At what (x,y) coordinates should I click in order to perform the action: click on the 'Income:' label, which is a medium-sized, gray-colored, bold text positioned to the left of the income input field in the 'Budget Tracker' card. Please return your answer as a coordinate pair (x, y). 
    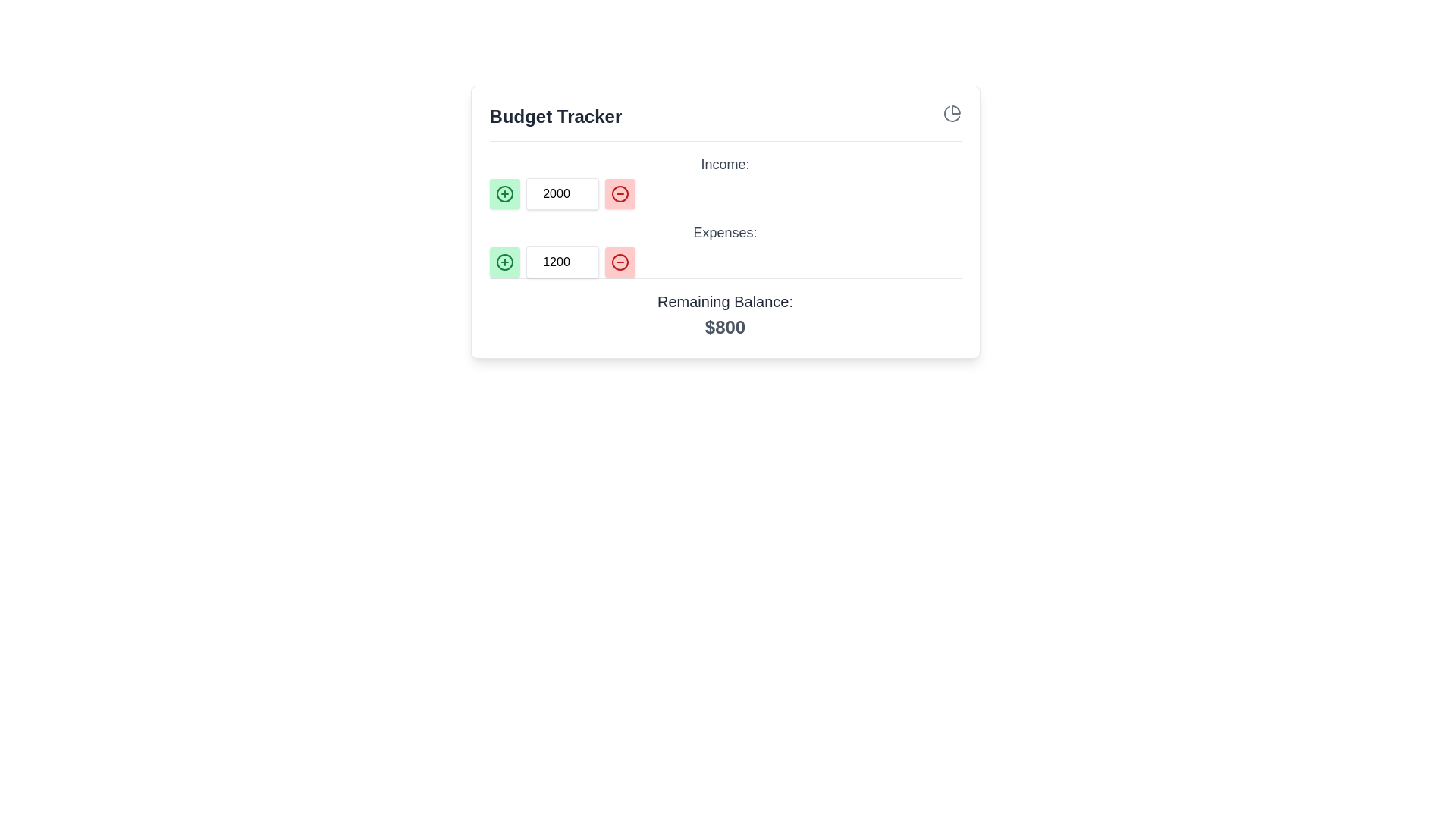
    Looking at the image, I should click on (724, 164).